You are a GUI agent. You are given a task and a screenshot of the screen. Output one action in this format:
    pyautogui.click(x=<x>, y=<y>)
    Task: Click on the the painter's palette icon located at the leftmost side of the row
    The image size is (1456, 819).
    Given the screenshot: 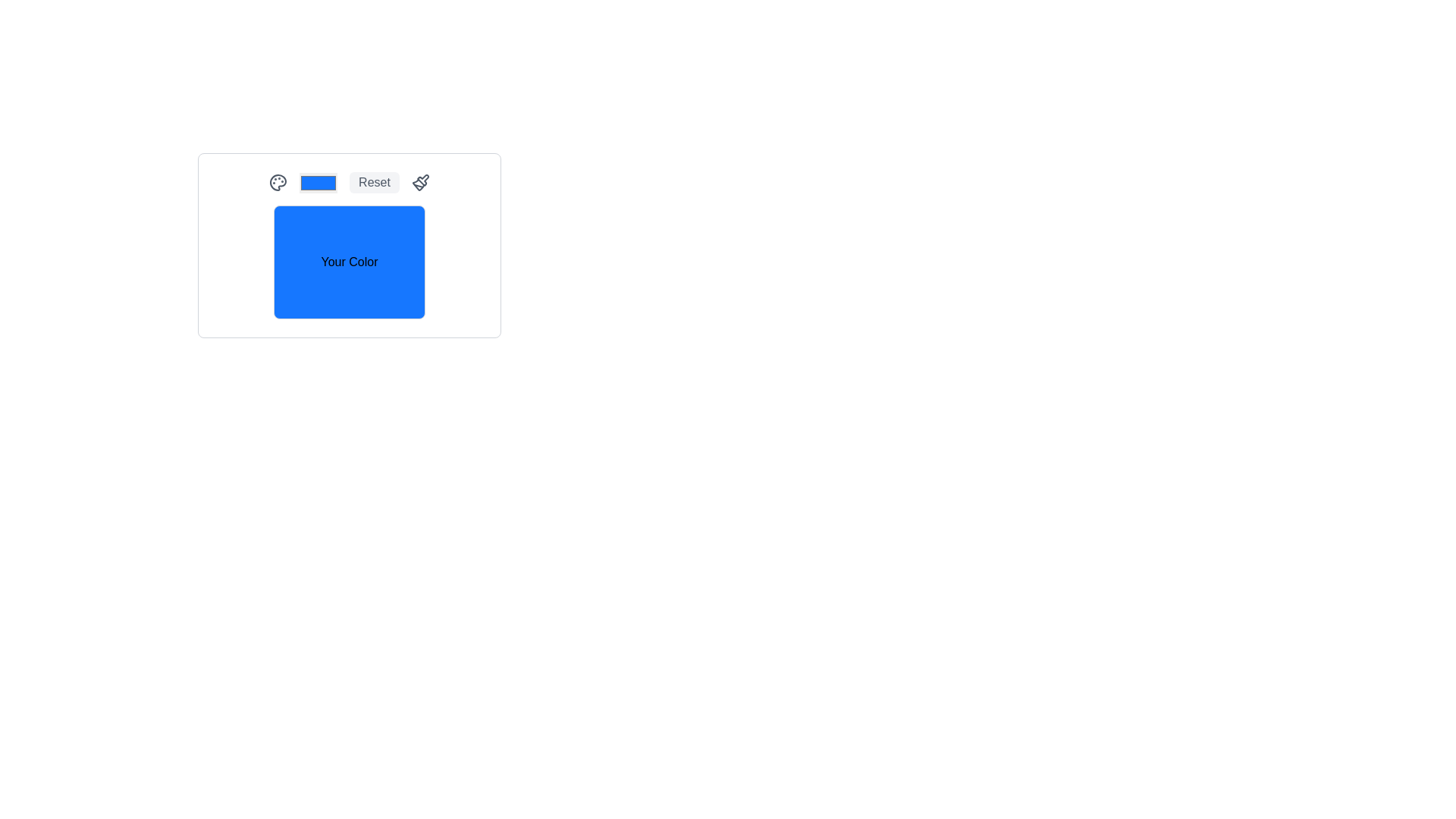 What is the action you would take?
    pyautogui.click(x=278, y=181)
    